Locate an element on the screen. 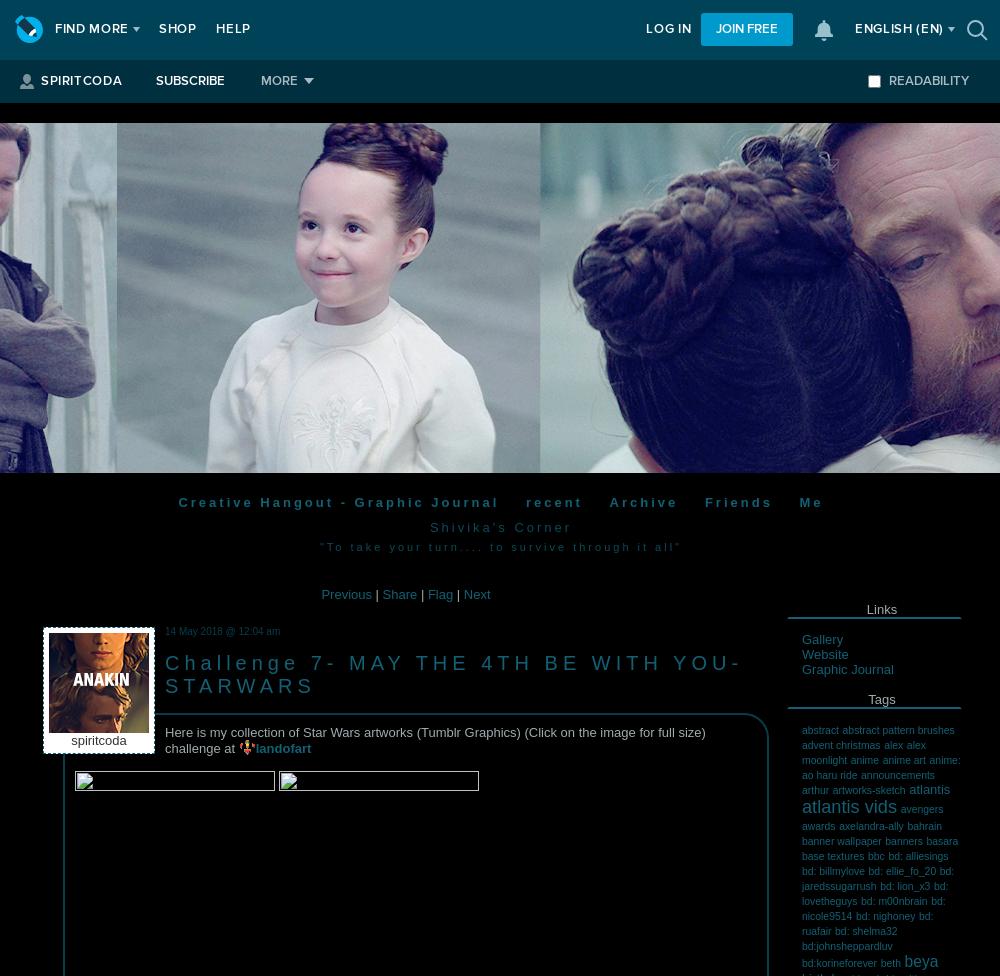  'bd: lovetheguys' is located at coordinates (875, 893).